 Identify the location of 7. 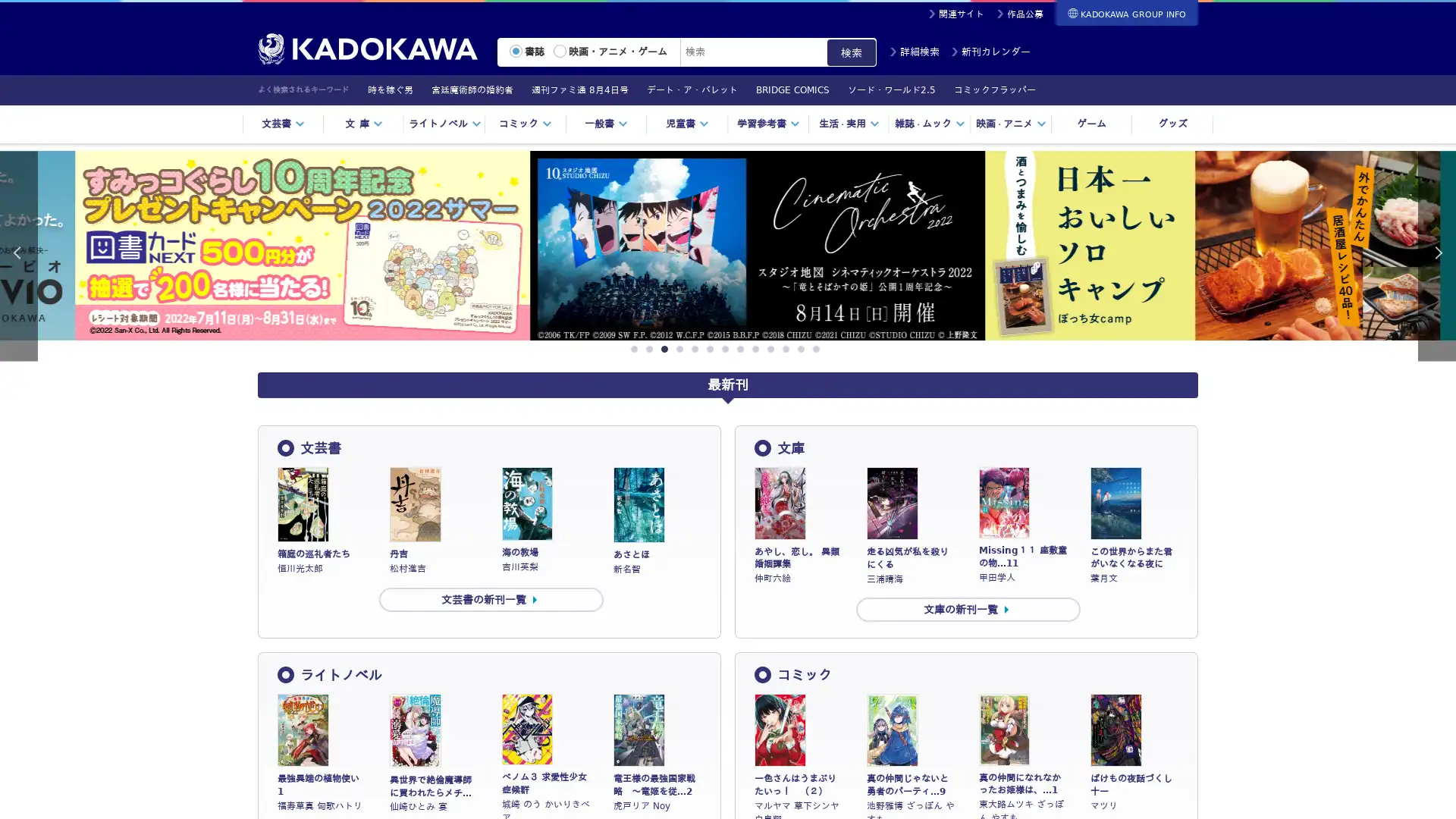
(728, 350).